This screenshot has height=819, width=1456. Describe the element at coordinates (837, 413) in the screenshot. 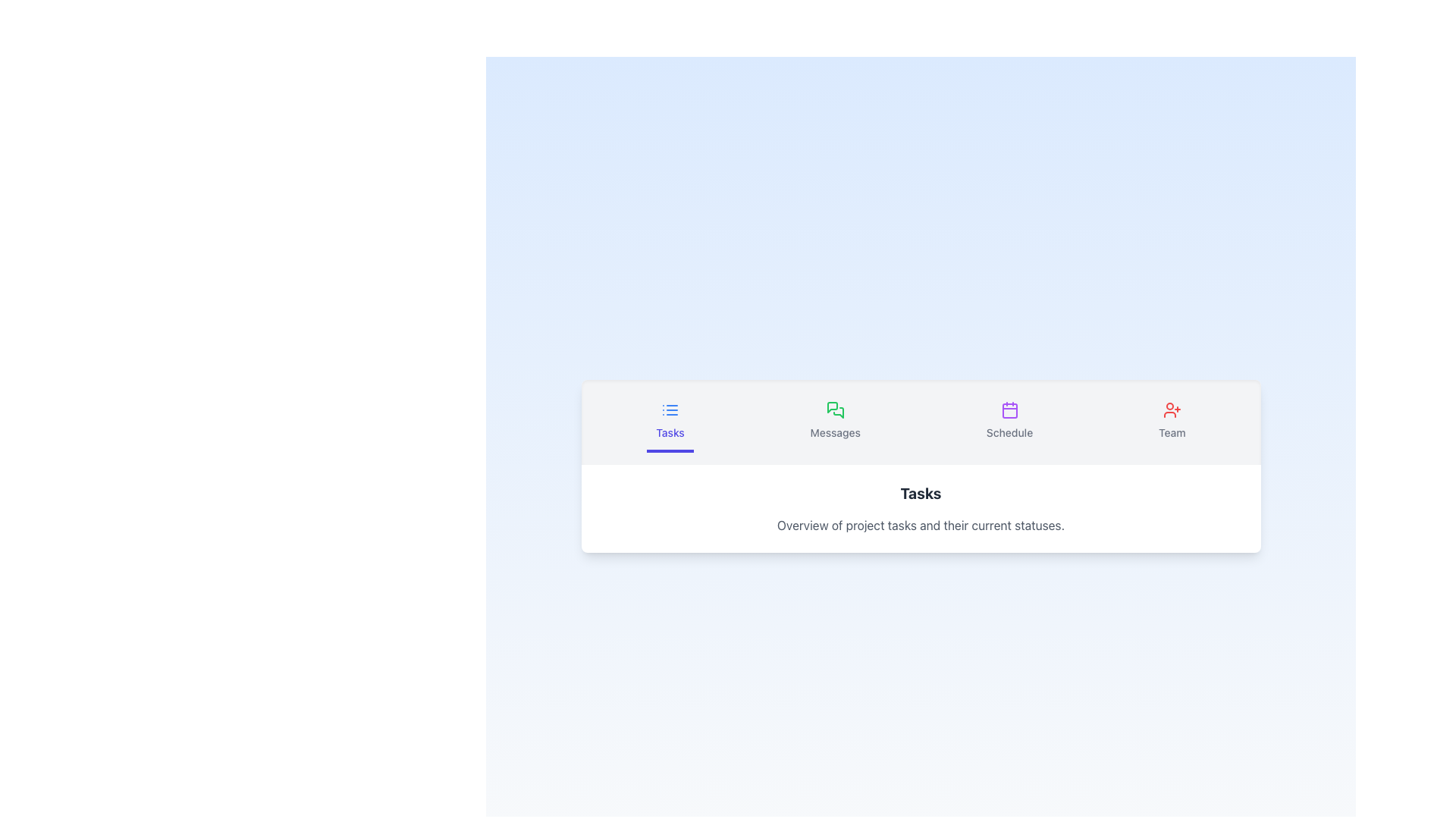

I see `the decorative vector graphic element, which is the right section of a speech bubble icon with a green stroke, positioned above the 'Messages' label in the top navigation bar` at that location.